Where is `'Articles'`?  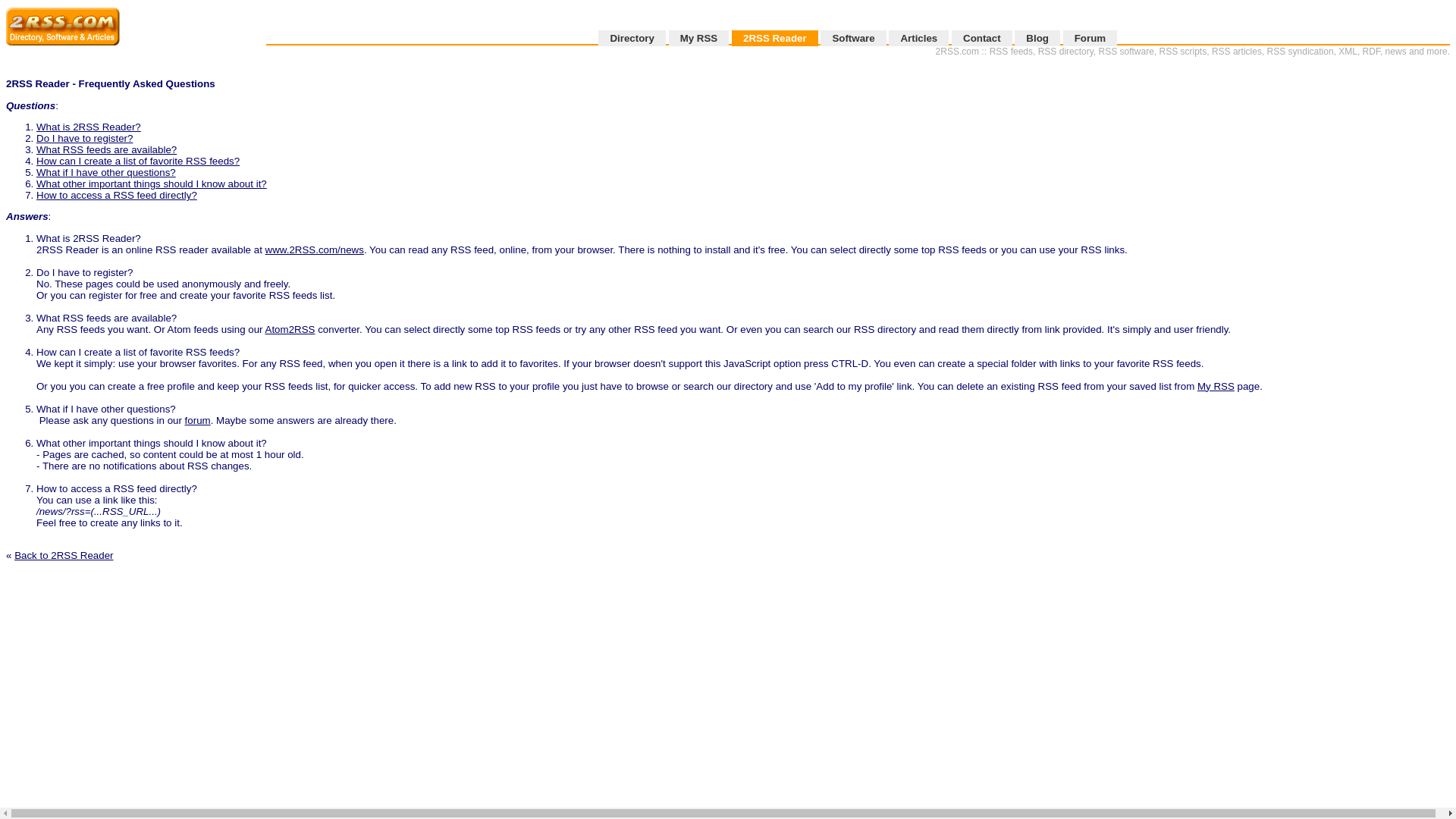
'Articles' is located at coordinates (918, 37).